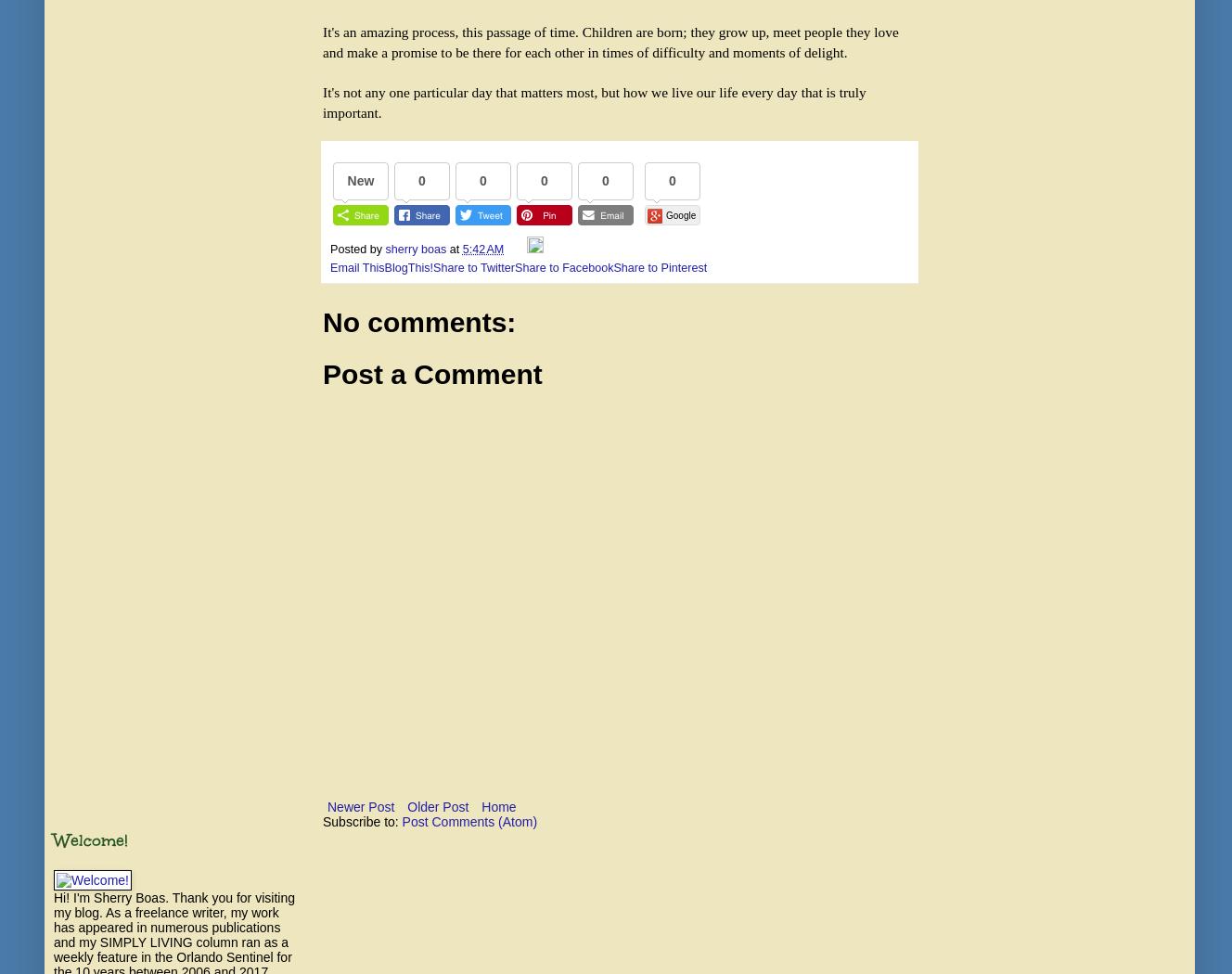  What do you see at coordinates (362, 820) in the screenshot?
I see `'Subscribe to:'` at bounding box center [362, 820].